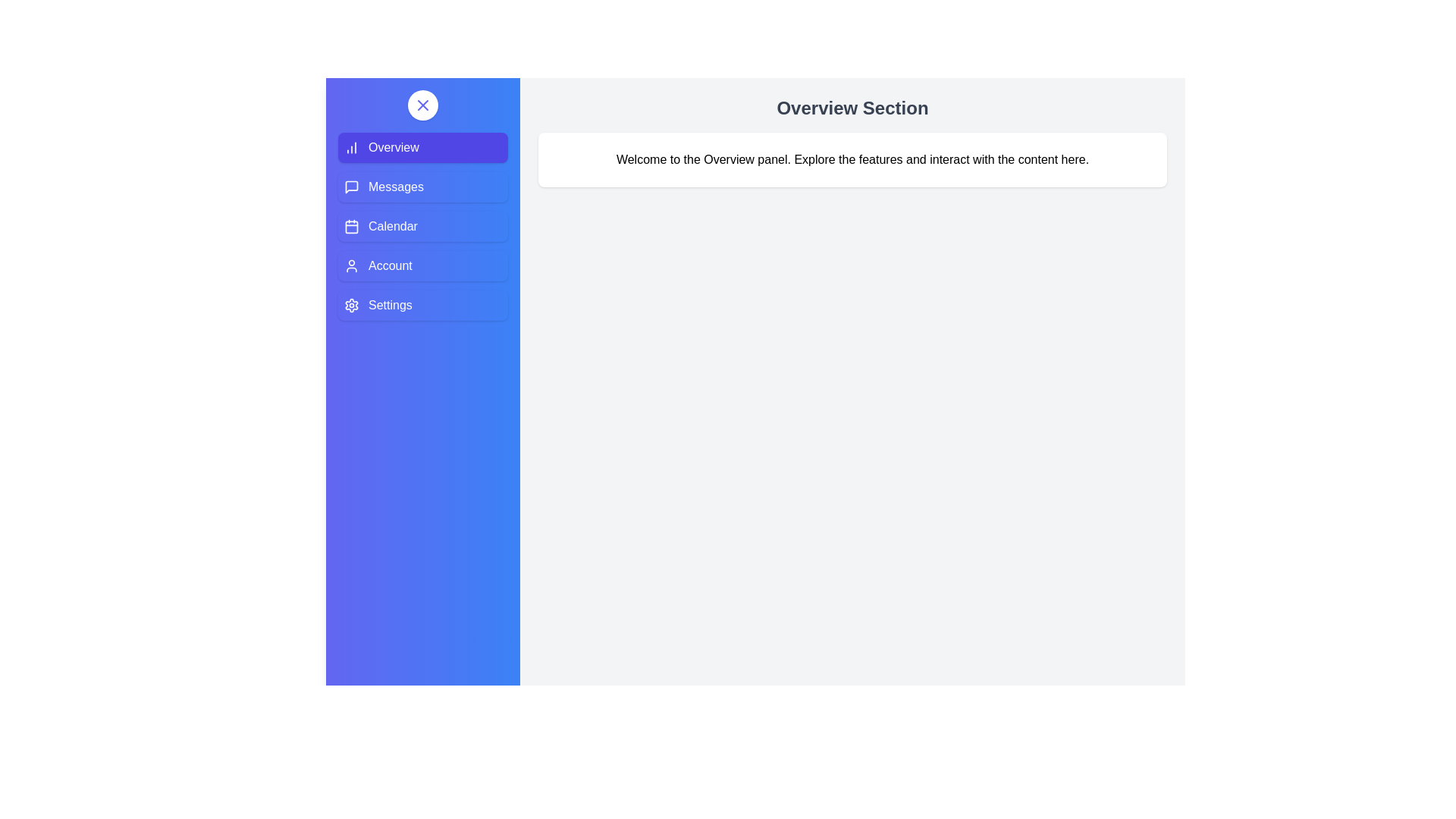 The width and height of the screenshot is (1456, 819). What do you see at coordinates (422, 186) in the screenshot?
I see `the Messages tab from the sidebar` at bounding box center [422, 186].